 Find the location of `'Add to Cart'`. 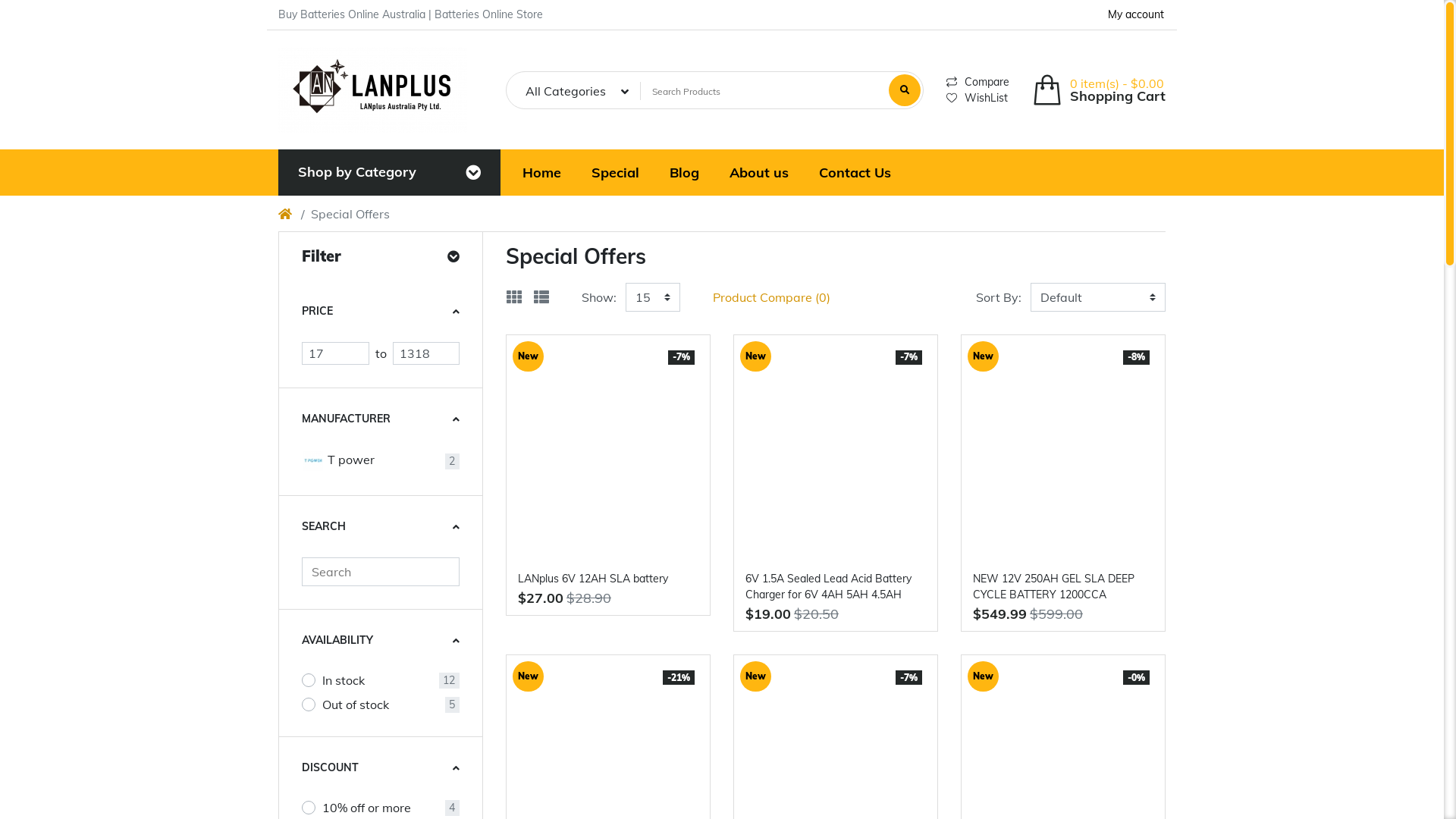

'Add to Cart' is located at coordinates (559, 640).